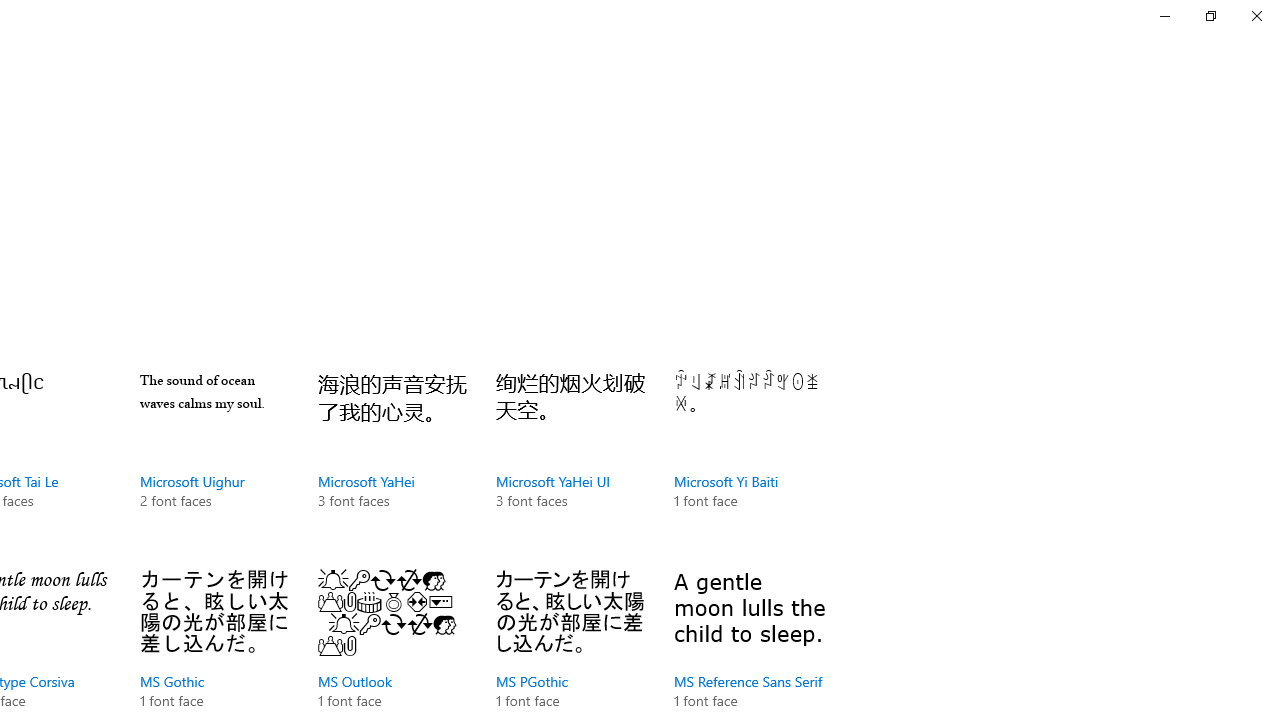  I want to click on 'Microsoft YaHei, 3 font faces', so click(392, 460).